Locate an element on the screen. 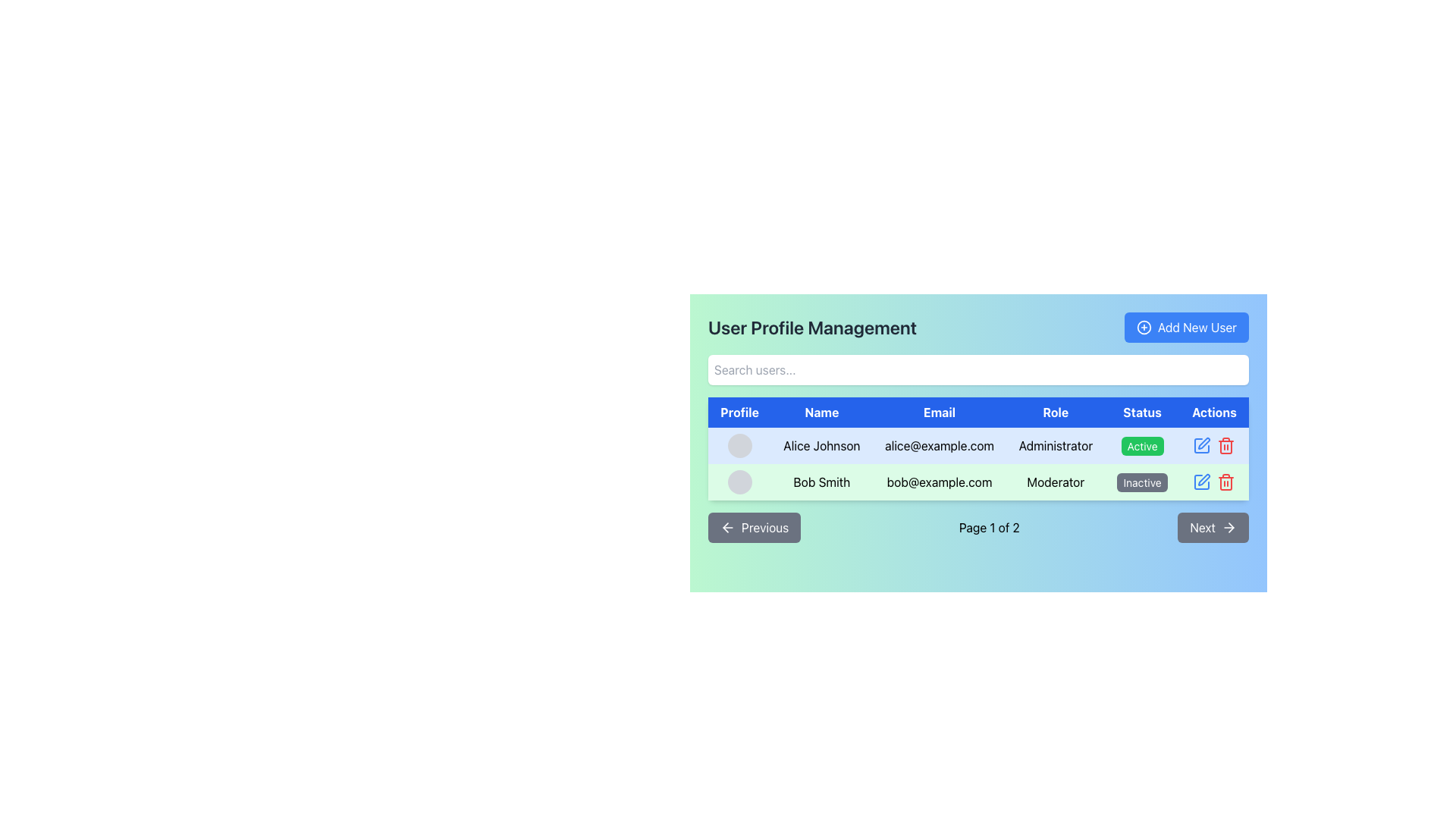 The width and height of the screenshot is (1456, 819). the 'Next' icon located at the bottom-right corner of the pagination section, which visually indicates a forward action is located at coordinates (1229, 526).